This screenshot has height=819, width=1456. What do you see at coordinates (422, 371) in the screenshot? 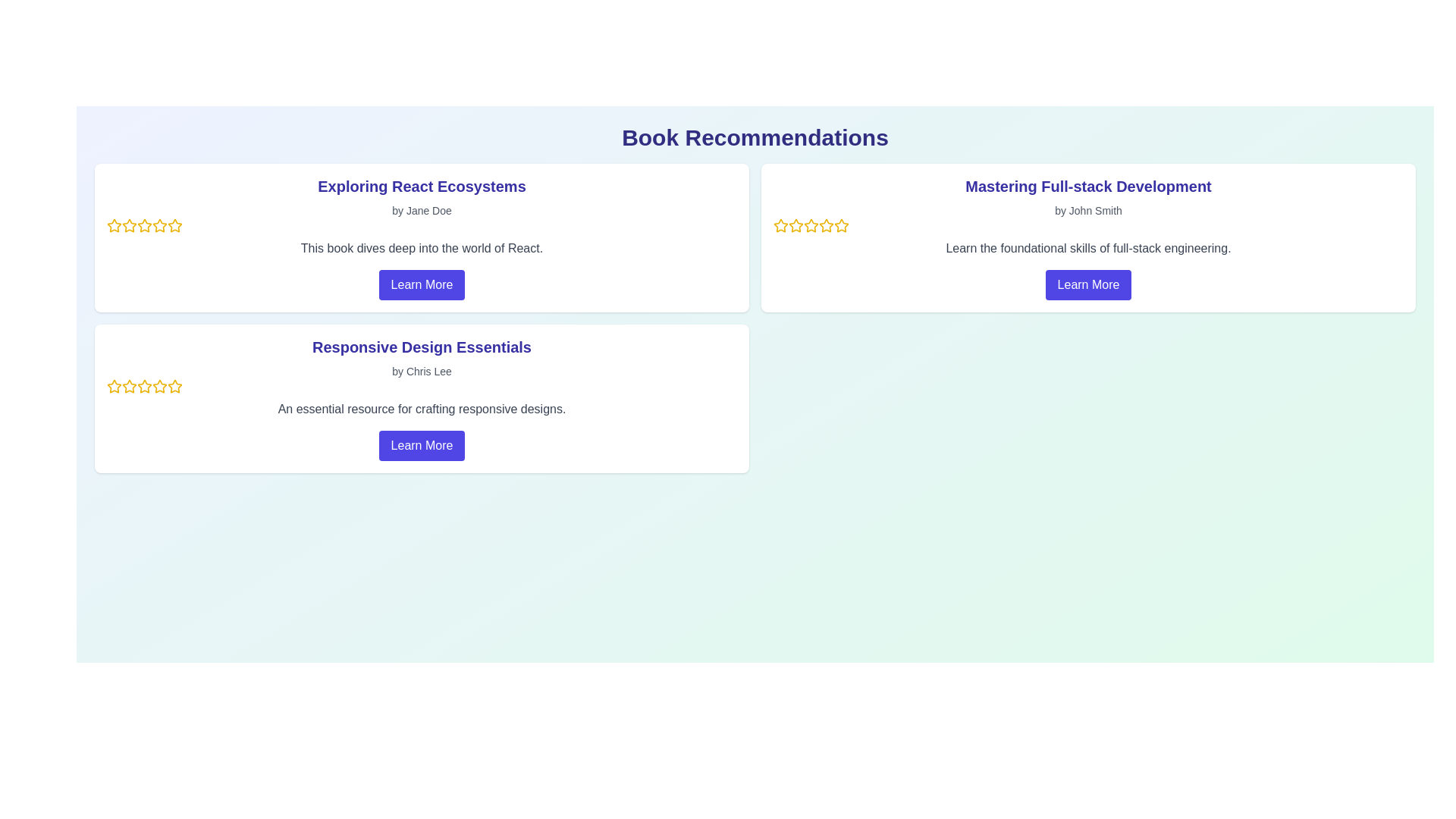
I see `the static text element that credits the author of 'Responsive Design Essentials', located in the second book recommendation card under the 'Book Recommendations' section, positioned below the book title and above the star rating icons` at bounding box center [422, 371].